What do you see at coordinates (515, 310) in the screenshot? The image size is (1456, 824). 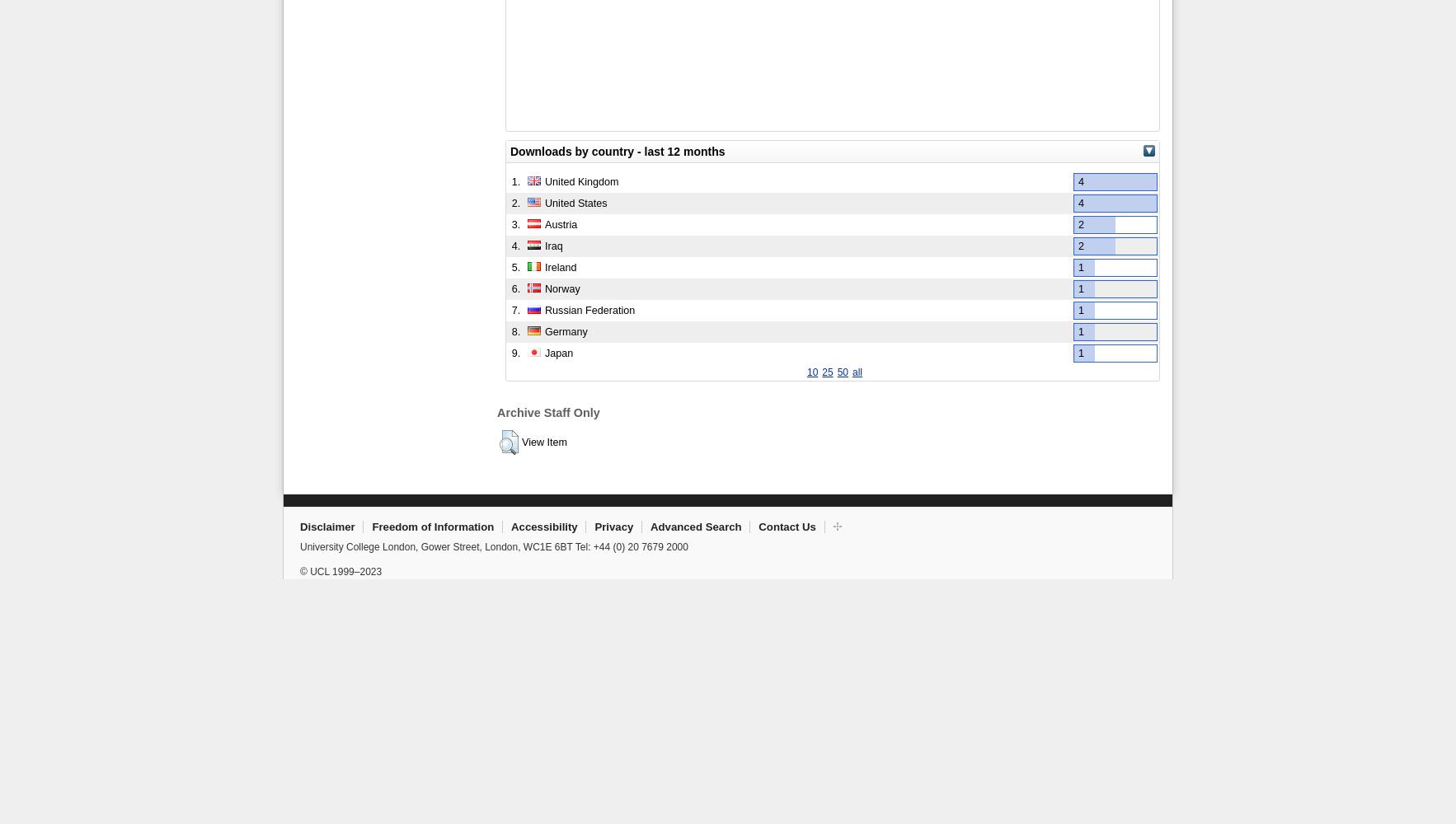 I see `'7.'` at bounding box center [515, 310].